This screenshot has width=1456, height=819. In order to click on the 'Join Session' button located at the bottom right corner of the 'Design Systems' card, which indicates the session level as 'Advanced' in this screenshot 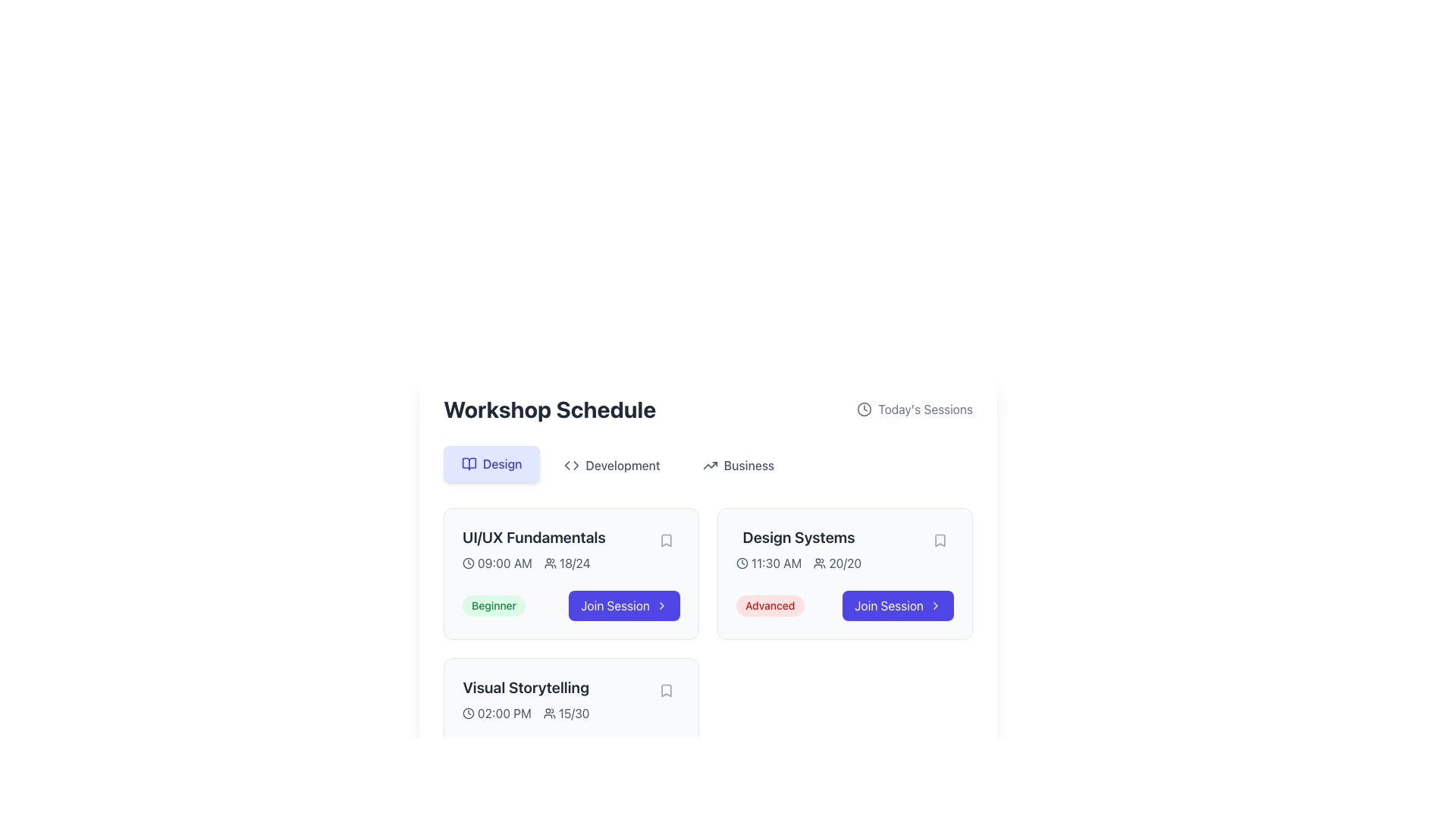, I will do `click(844, 604)`.